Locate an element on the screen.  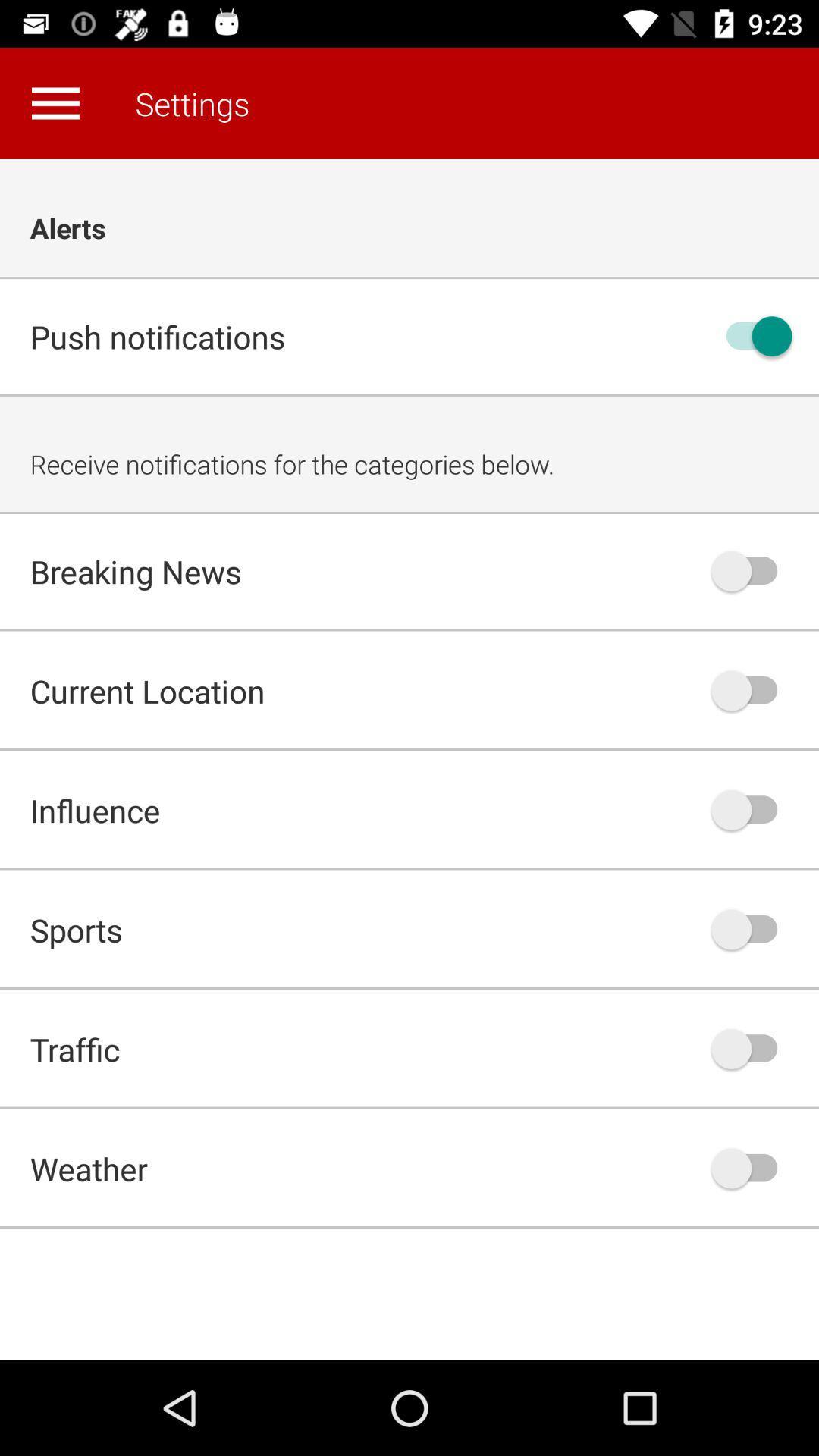
push notifications is located at coordinates (752, 335).